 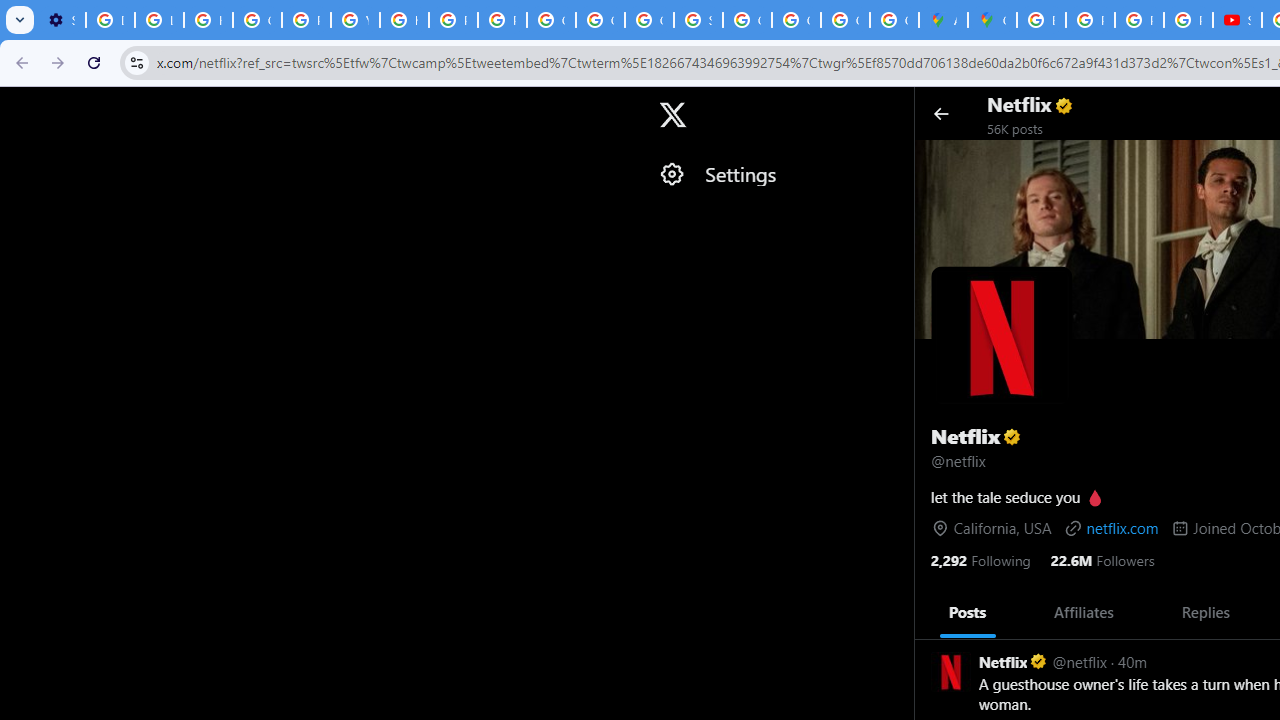 What do you see at coordinates (992, 20) in the screenshot?
I see `'Google Maps'` at bounding box center [992, 20].